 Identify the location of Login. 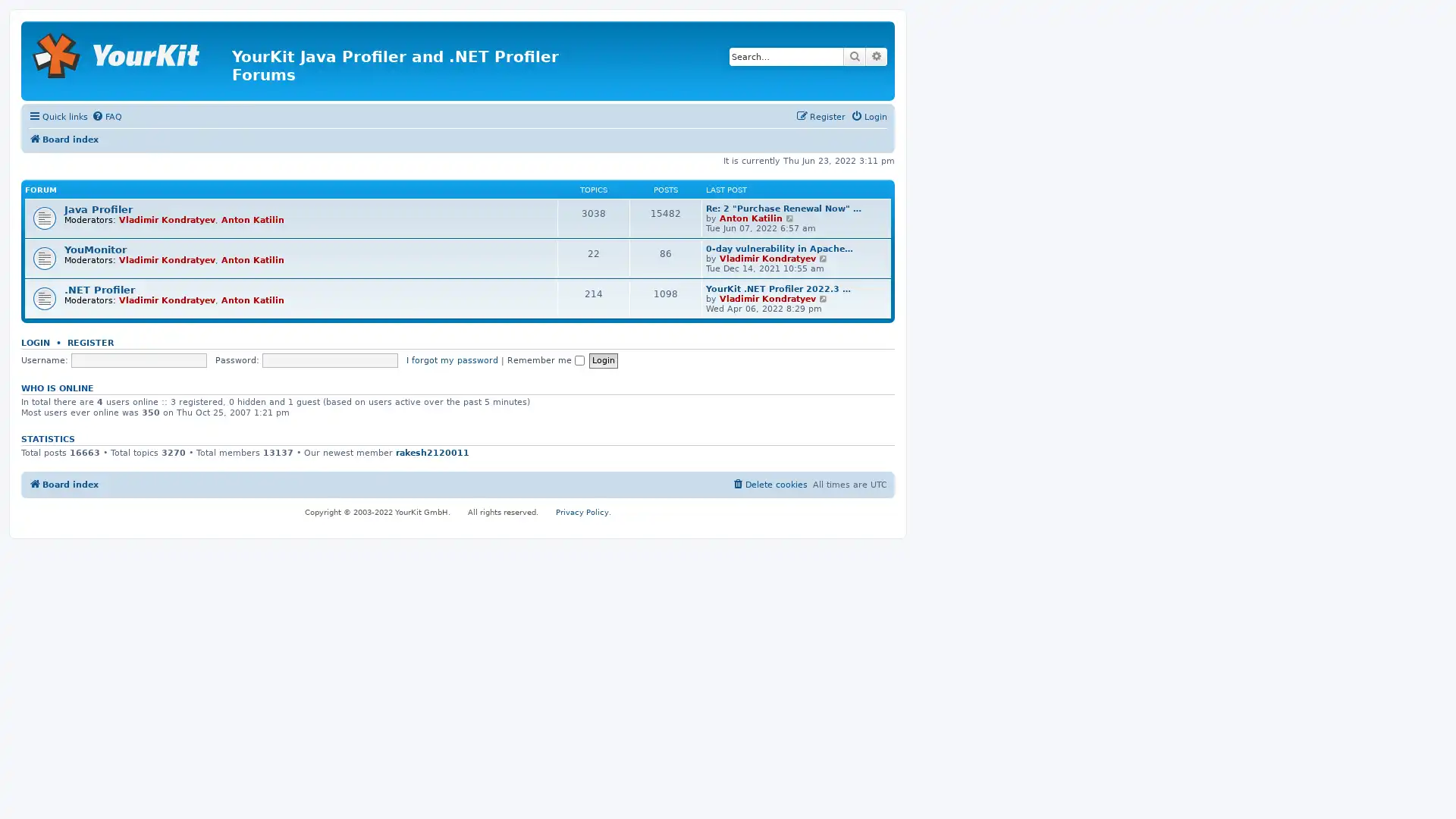
(602, 360).